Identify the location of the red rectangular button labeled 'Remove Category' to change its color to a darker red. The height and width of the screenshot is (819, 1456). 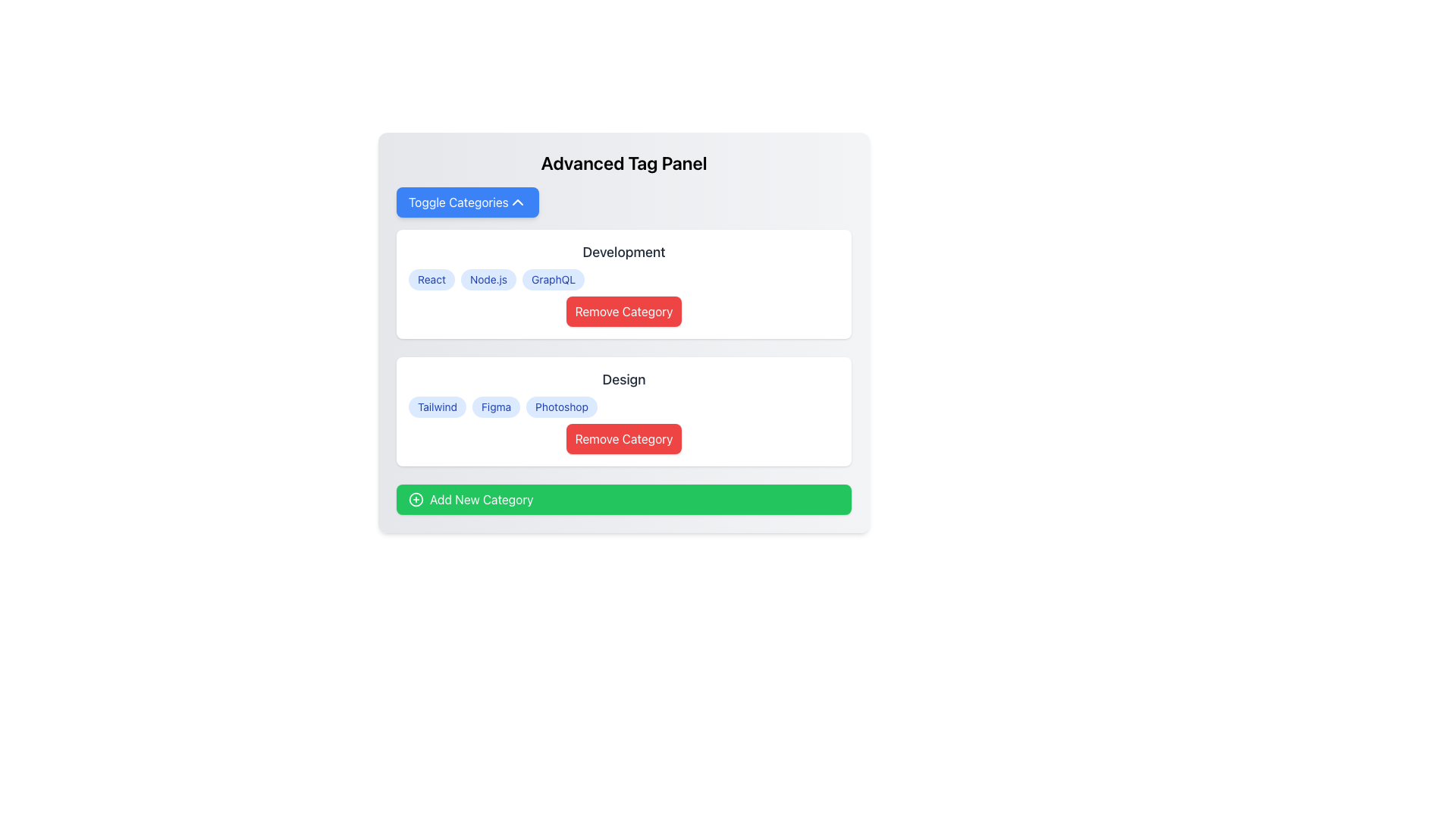
(623, 311).